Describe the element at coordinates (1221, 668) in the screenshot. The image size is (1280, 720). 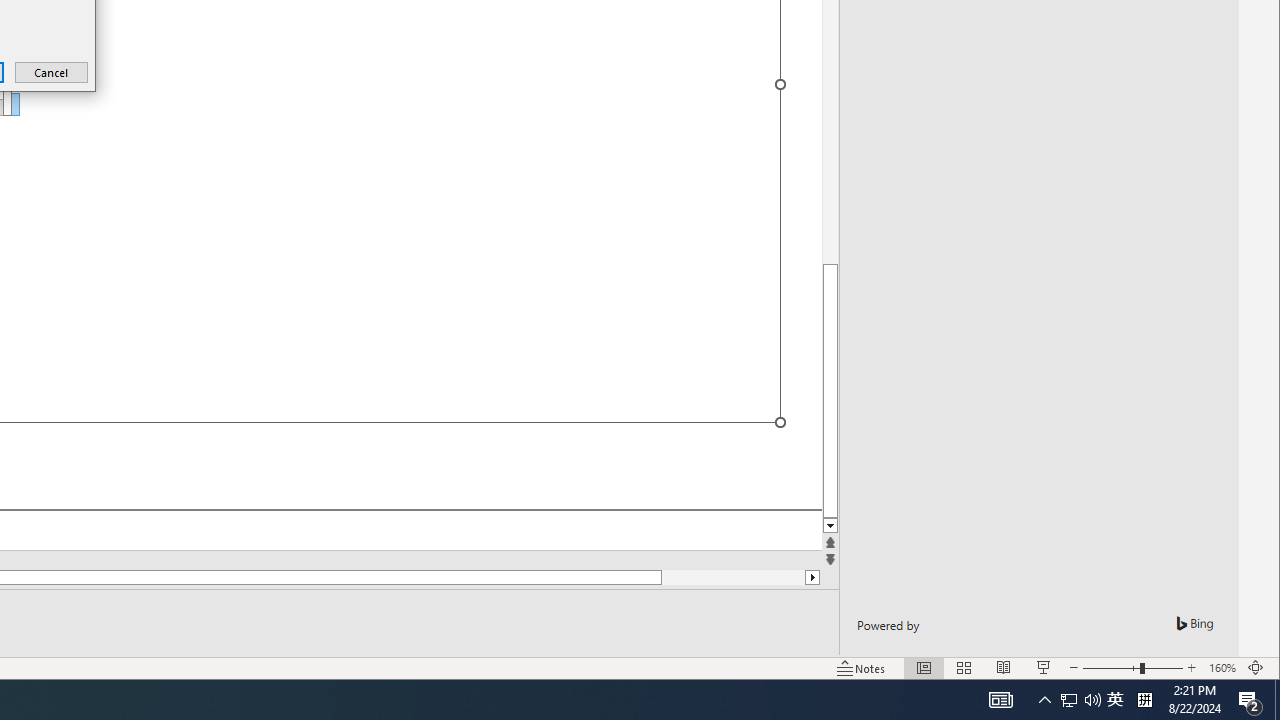
I see `'Zoom 160%'` at that location.